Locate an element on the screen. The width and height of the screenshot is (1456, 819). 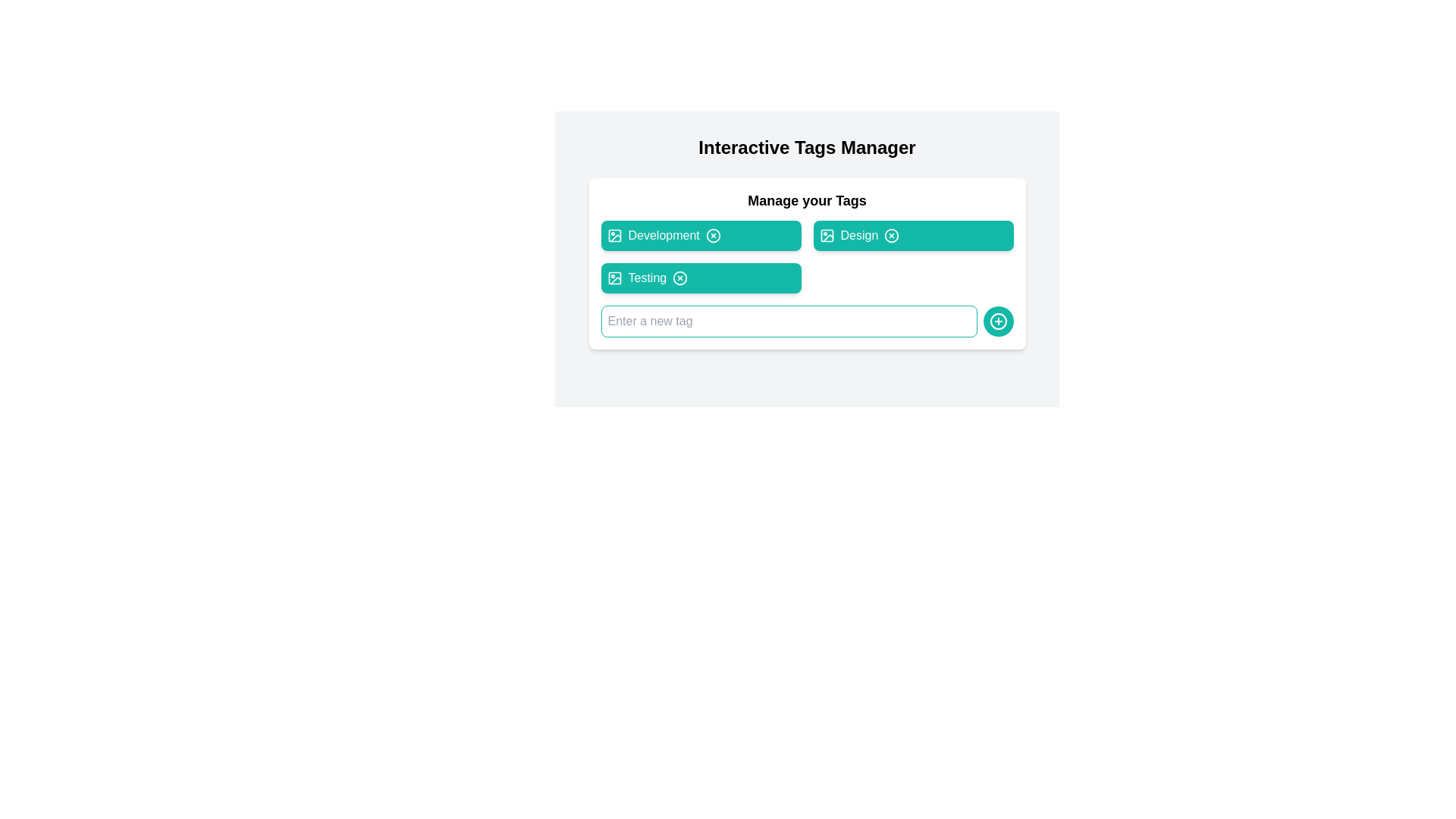
the 'Development' button, which is a horizontally rectangular button with a teal background, white text, and an icon depicting a framed image on the left is located at coordinates (700, 236).